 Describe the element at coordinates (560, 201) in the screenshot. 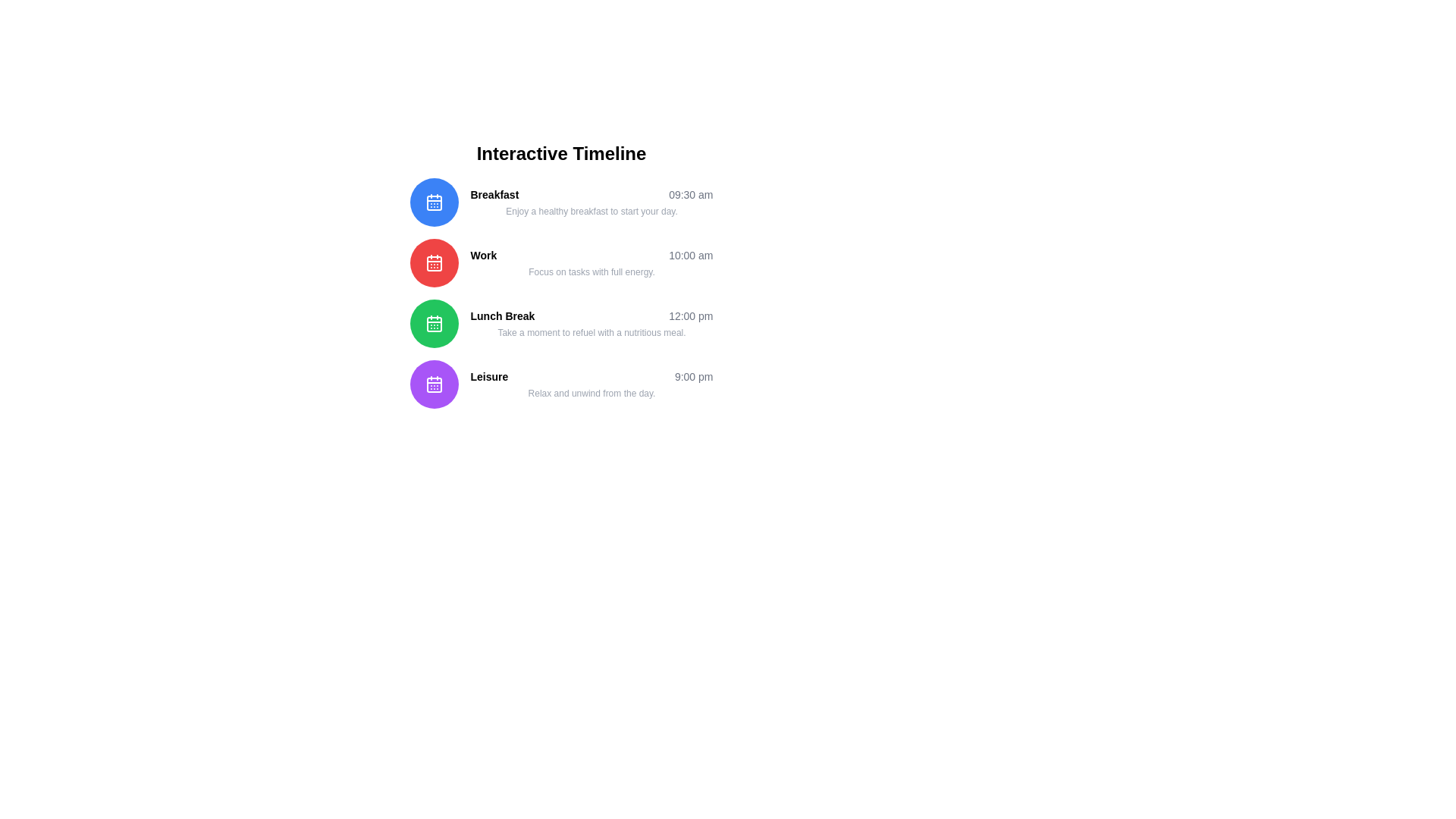

I see `the first list item in the 'Interactive Timeline' section, which features a blue circular icon with a white calendar symbol, bold black text 'Breakfast', and a gray timestamp '09:30 am'` at that location.